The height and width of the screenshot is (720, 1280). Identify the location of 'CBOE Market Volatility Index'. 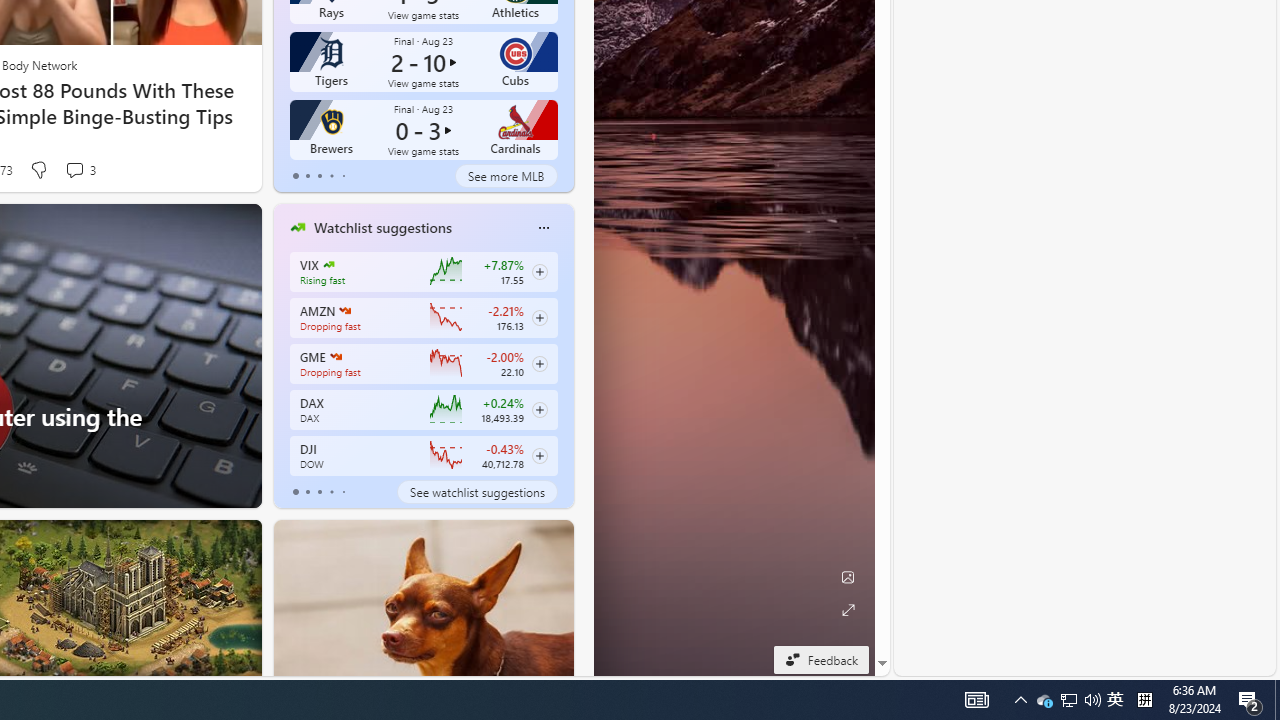
(328, 263).